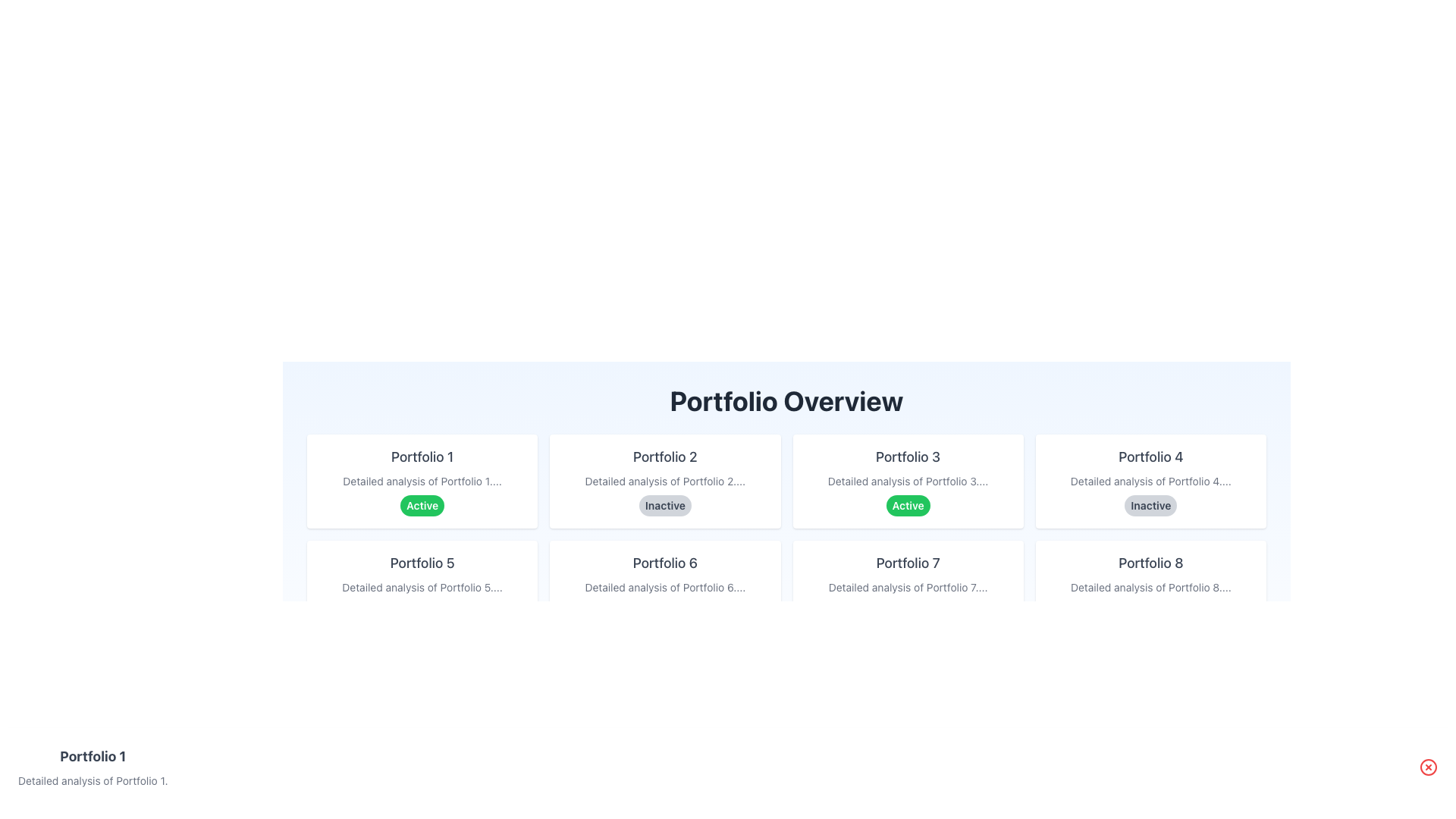  What do you see at coordinates (422, 563) in the screenshot?
I see `the text 'Portfolio 5' which is styled with a medium font weight and dark gray color, located in the first column of the second row in the grid` at bounding box center [422, 563].